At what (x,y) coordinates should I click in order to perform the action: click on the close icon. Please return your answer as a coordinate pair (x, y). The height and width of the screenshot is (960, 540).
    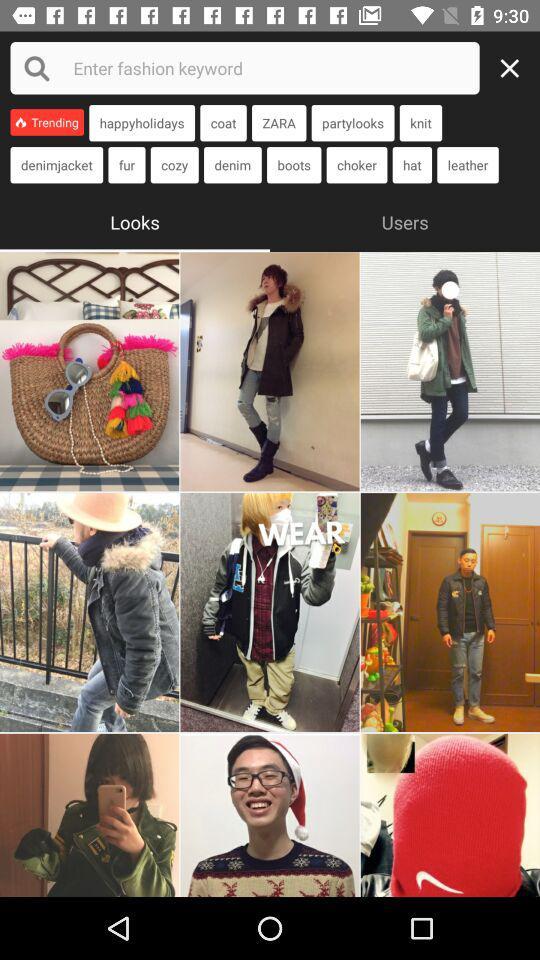
    Looking at the image, I should click on (515, 68).